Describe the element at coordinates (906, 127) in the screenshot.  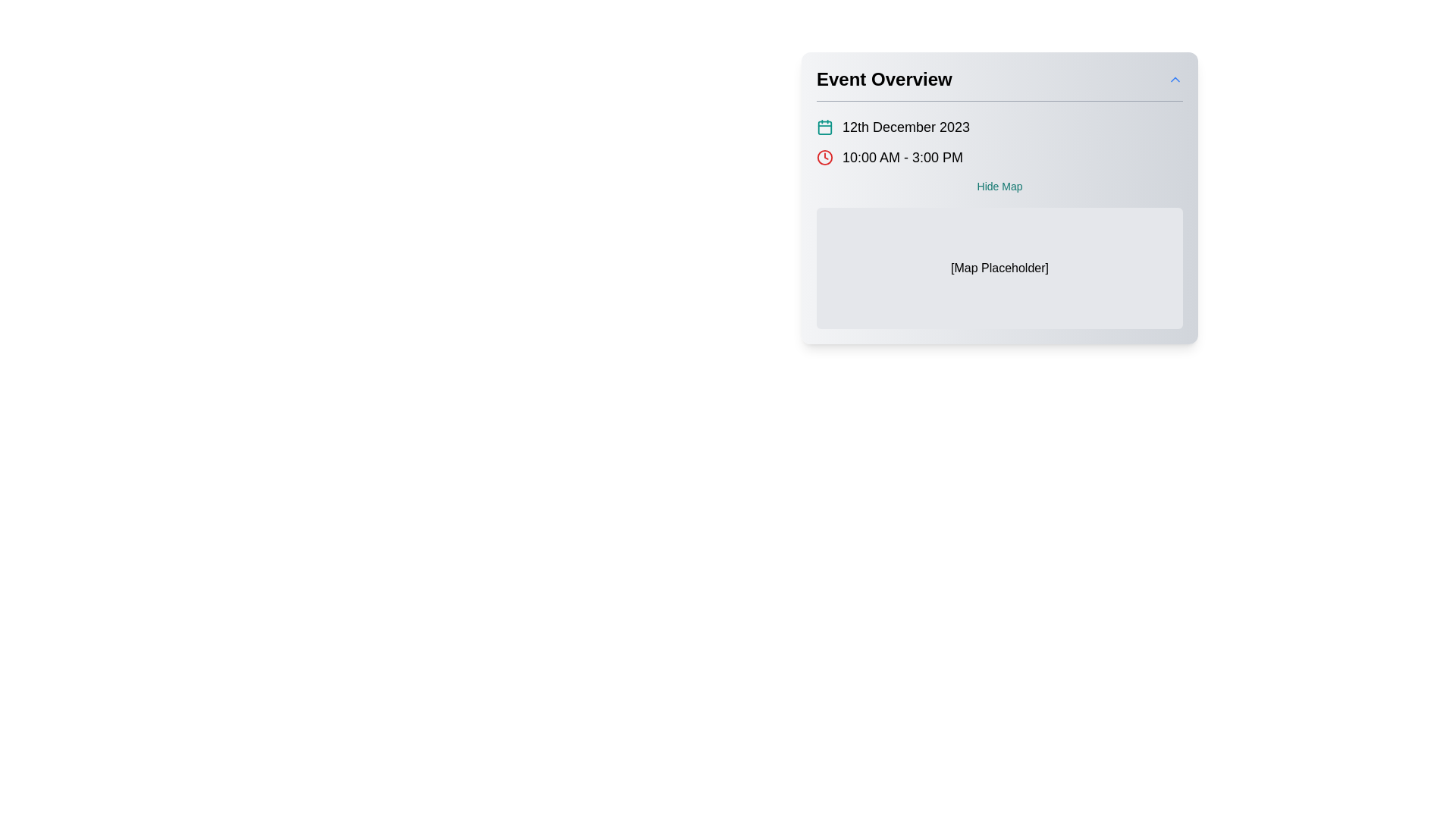
I see `the text label displaying '12th December 2023', located in the top section of the event detail card, immediately to the right of the calendar icon` at that location.